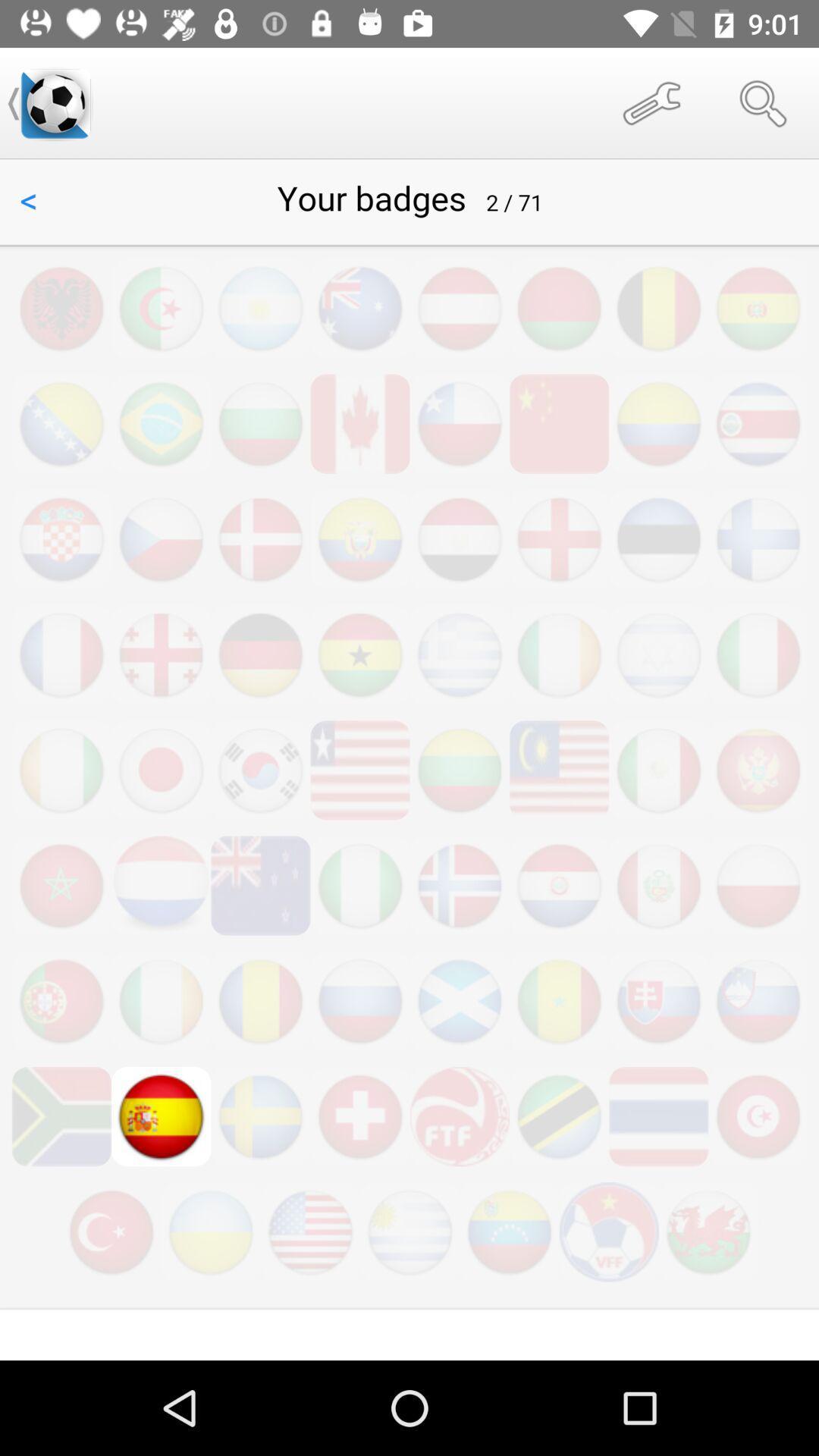 This screenshot has width=819, height=1456. What do you see at coordinates (409, 760) in the screenshot?
I see `badge` at bounding box center [409, 760].